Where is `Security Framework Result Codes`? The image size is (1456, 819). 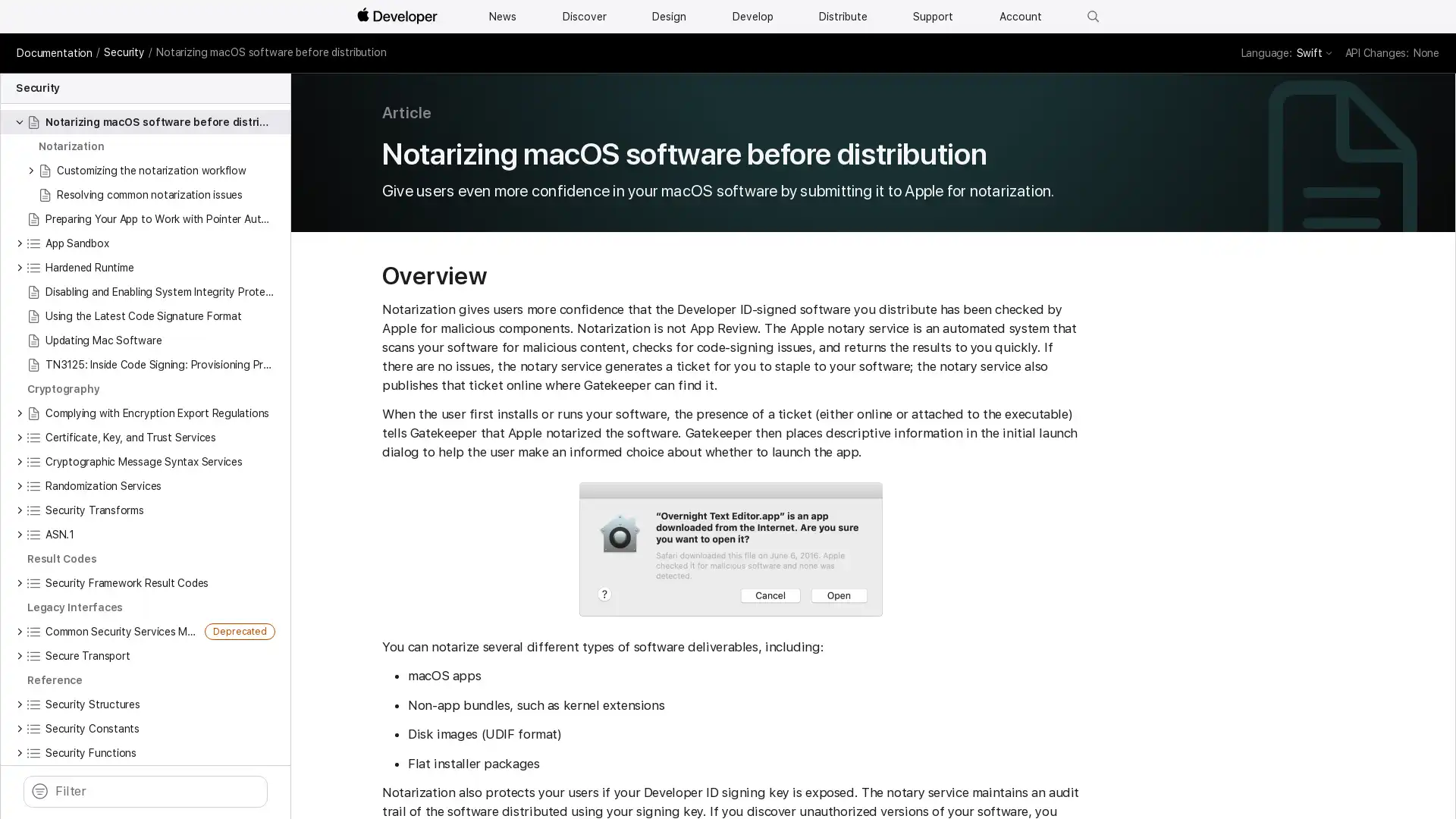
Security Framework Result Codes is located at coordinates (17, 591).